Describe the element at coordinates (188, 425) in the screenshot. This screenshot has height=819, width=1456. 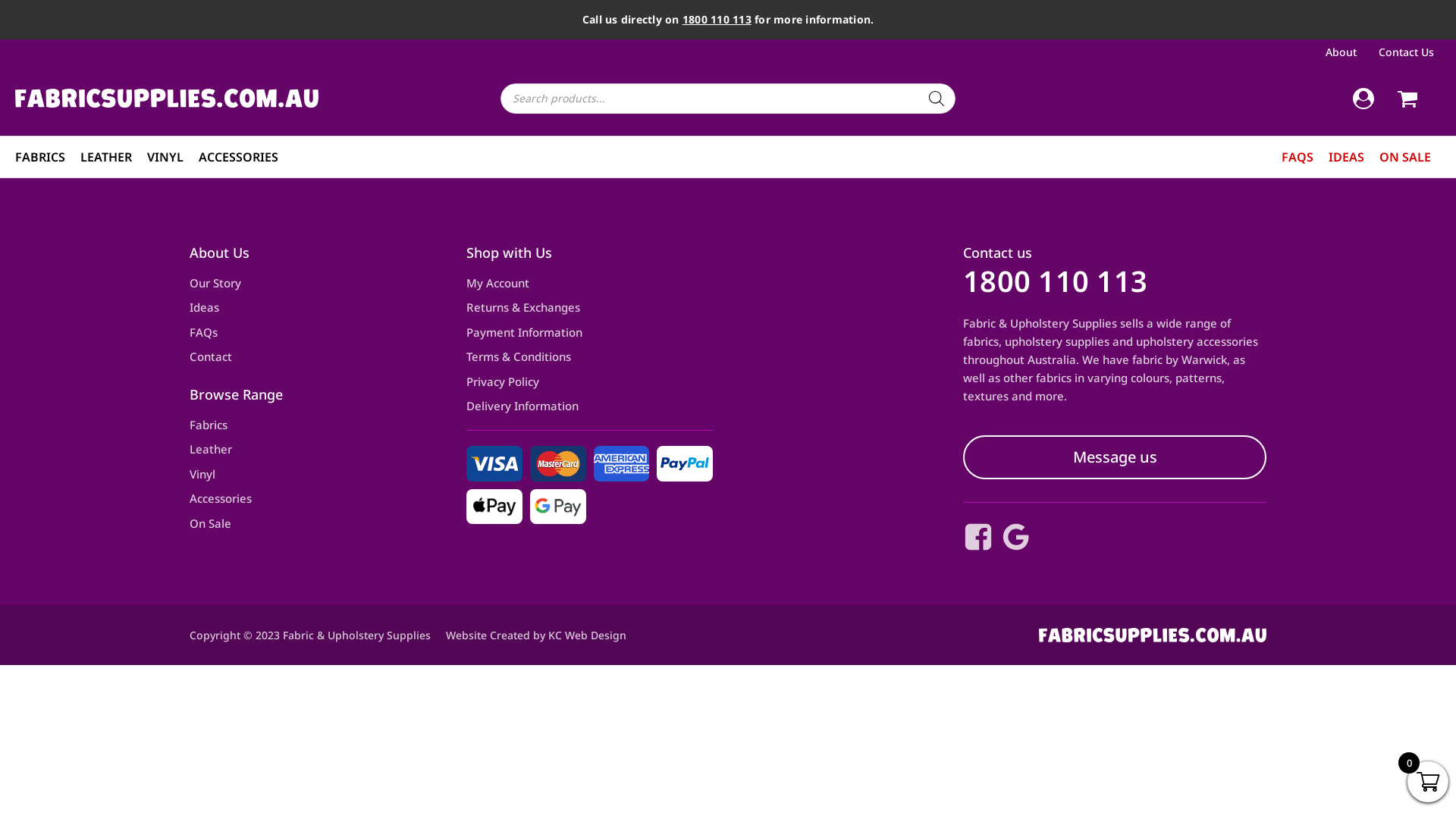
I see `'Fabrics'` at that location.